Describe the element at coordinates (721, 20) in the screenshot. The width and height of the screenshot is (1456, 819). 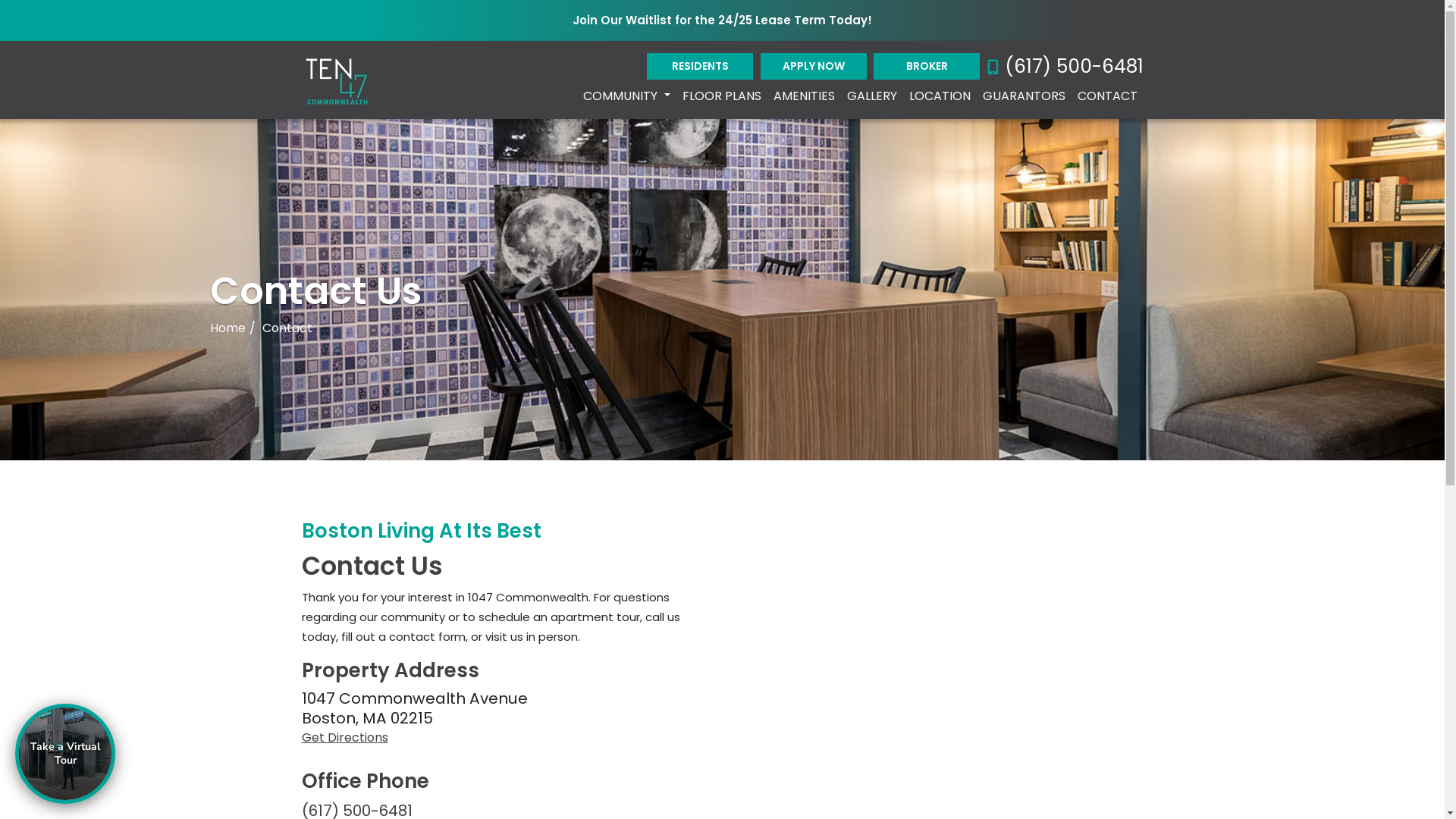
I see `'Join Our Waitlist for the 24/25 Lease Term Today!'` at that location.